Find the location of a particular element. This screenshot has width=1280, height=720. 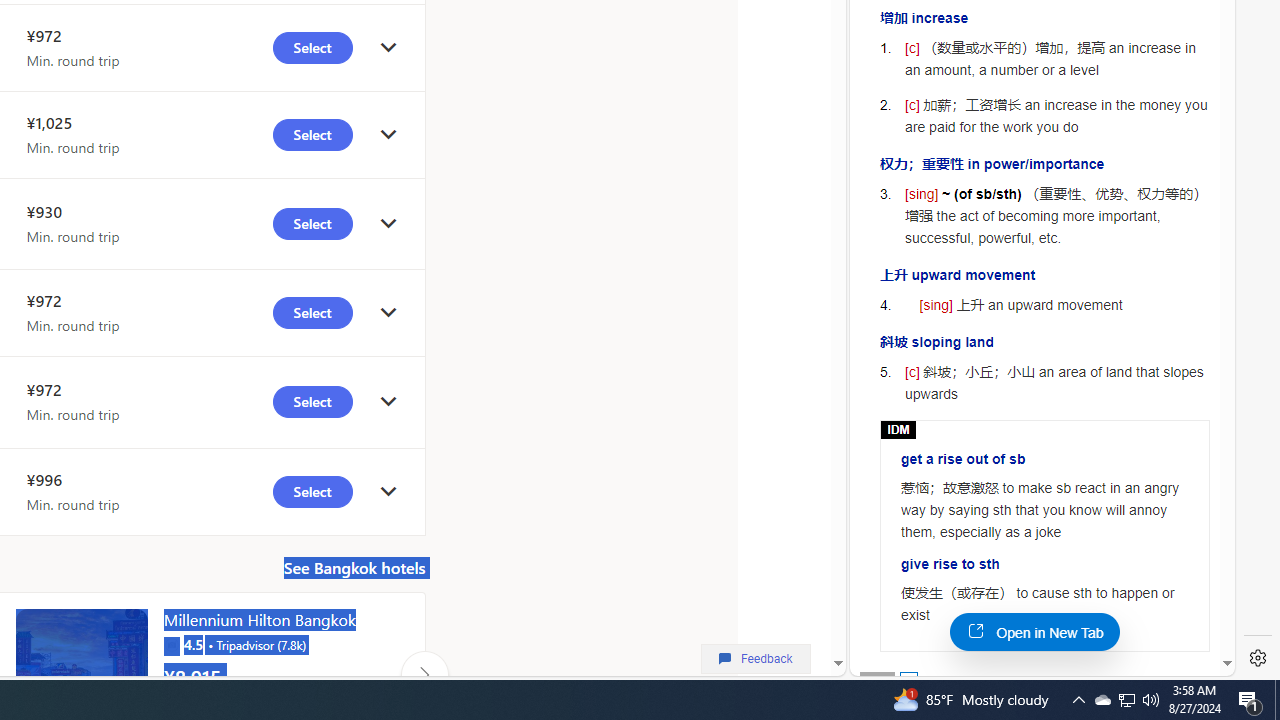

'AutomationID: posbtn_1' is located at coordinates (907, 679).